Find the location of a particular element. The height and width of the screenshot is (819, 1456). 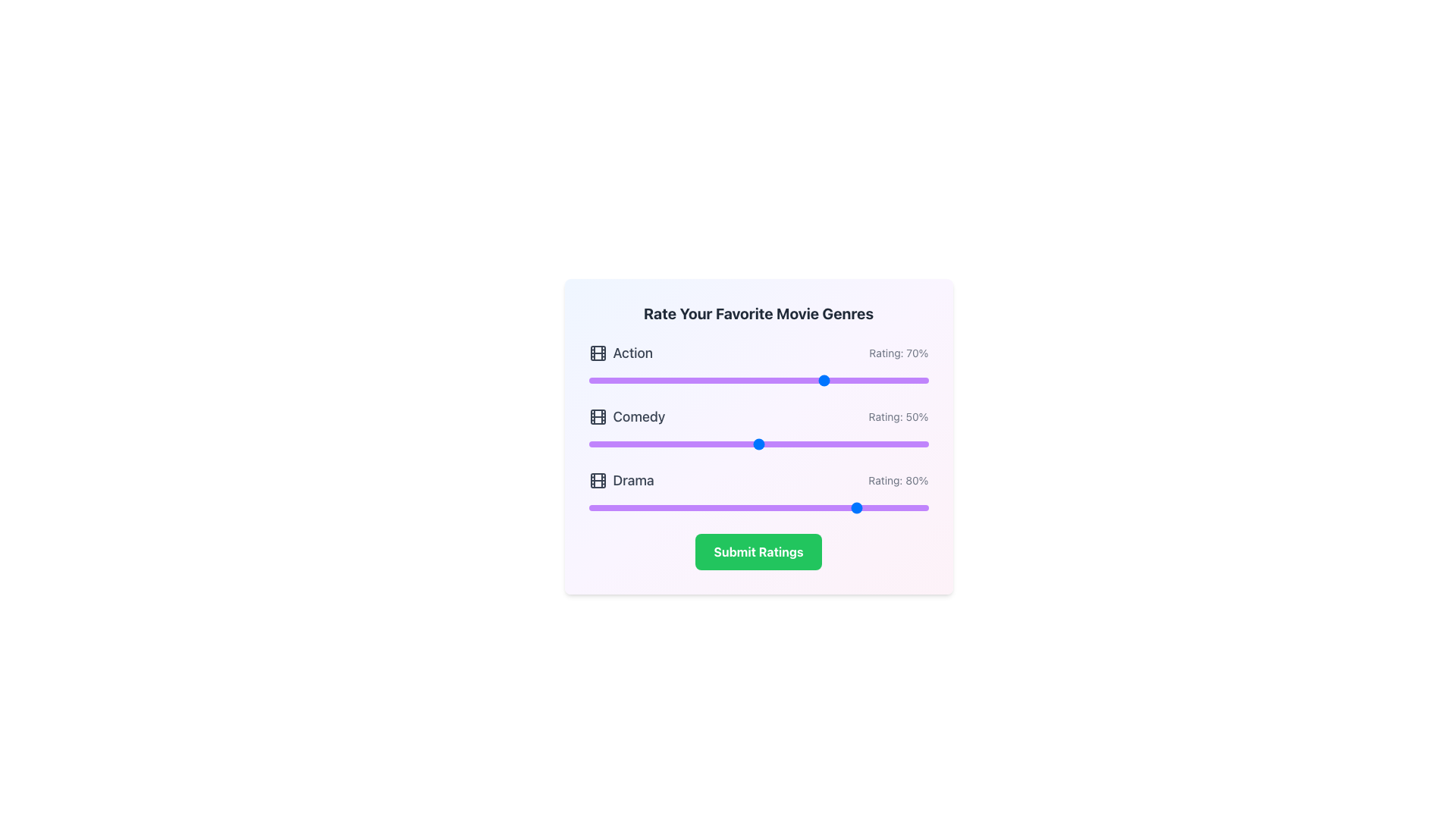

the slider value is located at coordinates (829, 508).